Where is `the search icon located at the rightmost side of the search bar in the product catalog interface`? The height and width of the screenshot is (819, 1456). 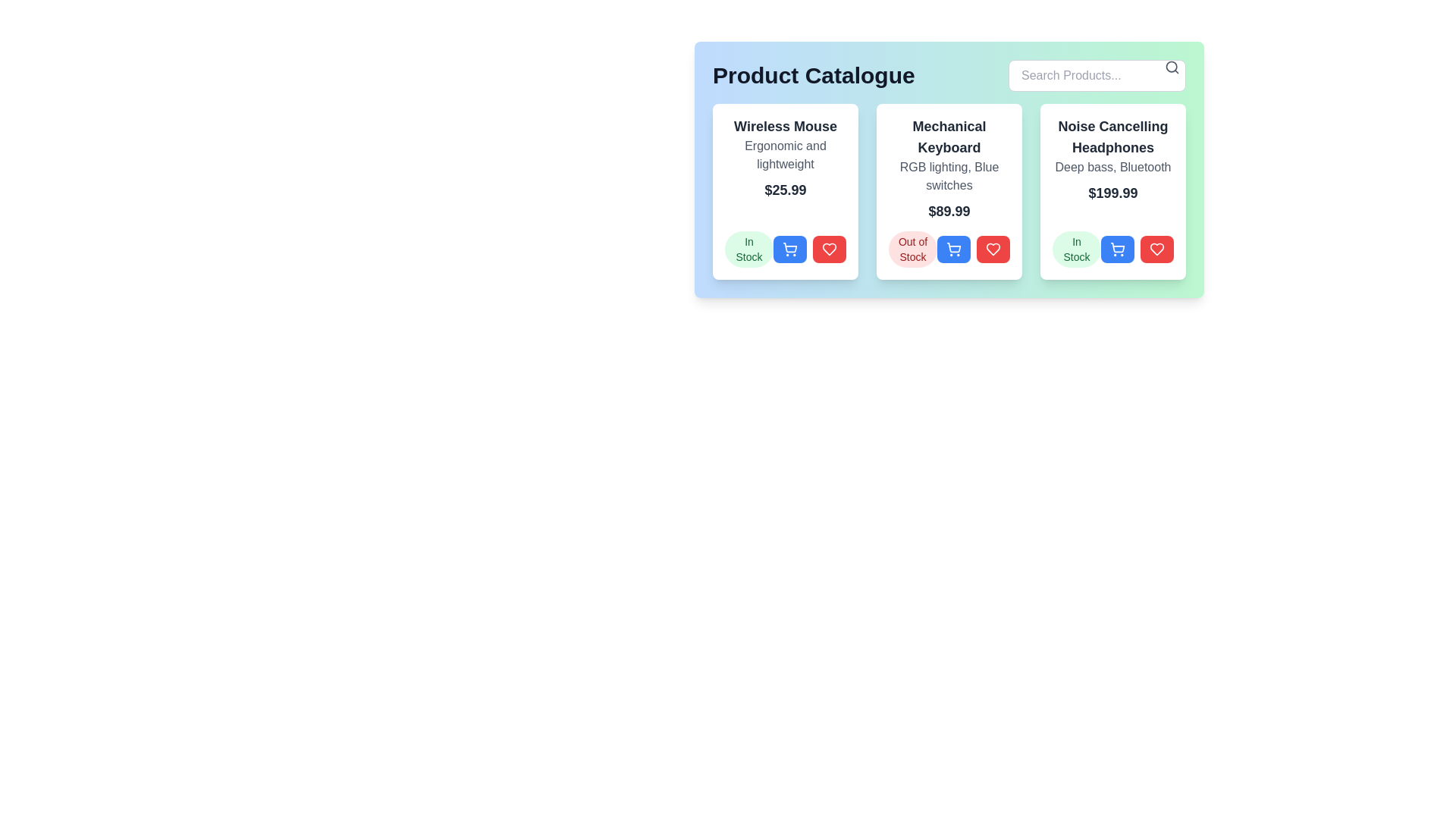
the search icon located at the rightmost side of the search bar in the product catalog interface is located at coordinates (1171, 66).